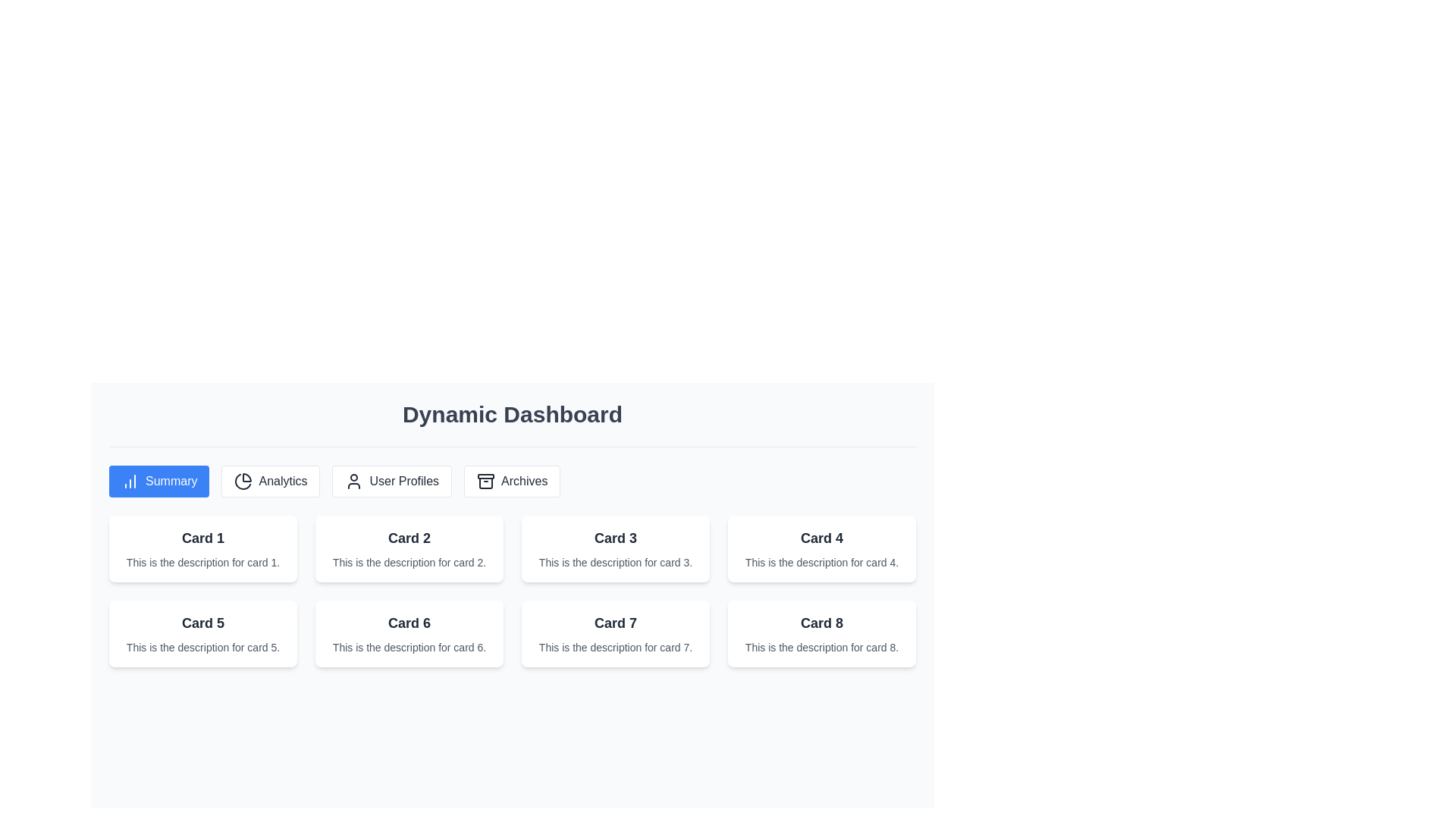  Describe the element at coordinates (159, 482) in the screenshot. I see `the first navigation button located at the top-center of the interface, which switches the view to the summary section` at that location.